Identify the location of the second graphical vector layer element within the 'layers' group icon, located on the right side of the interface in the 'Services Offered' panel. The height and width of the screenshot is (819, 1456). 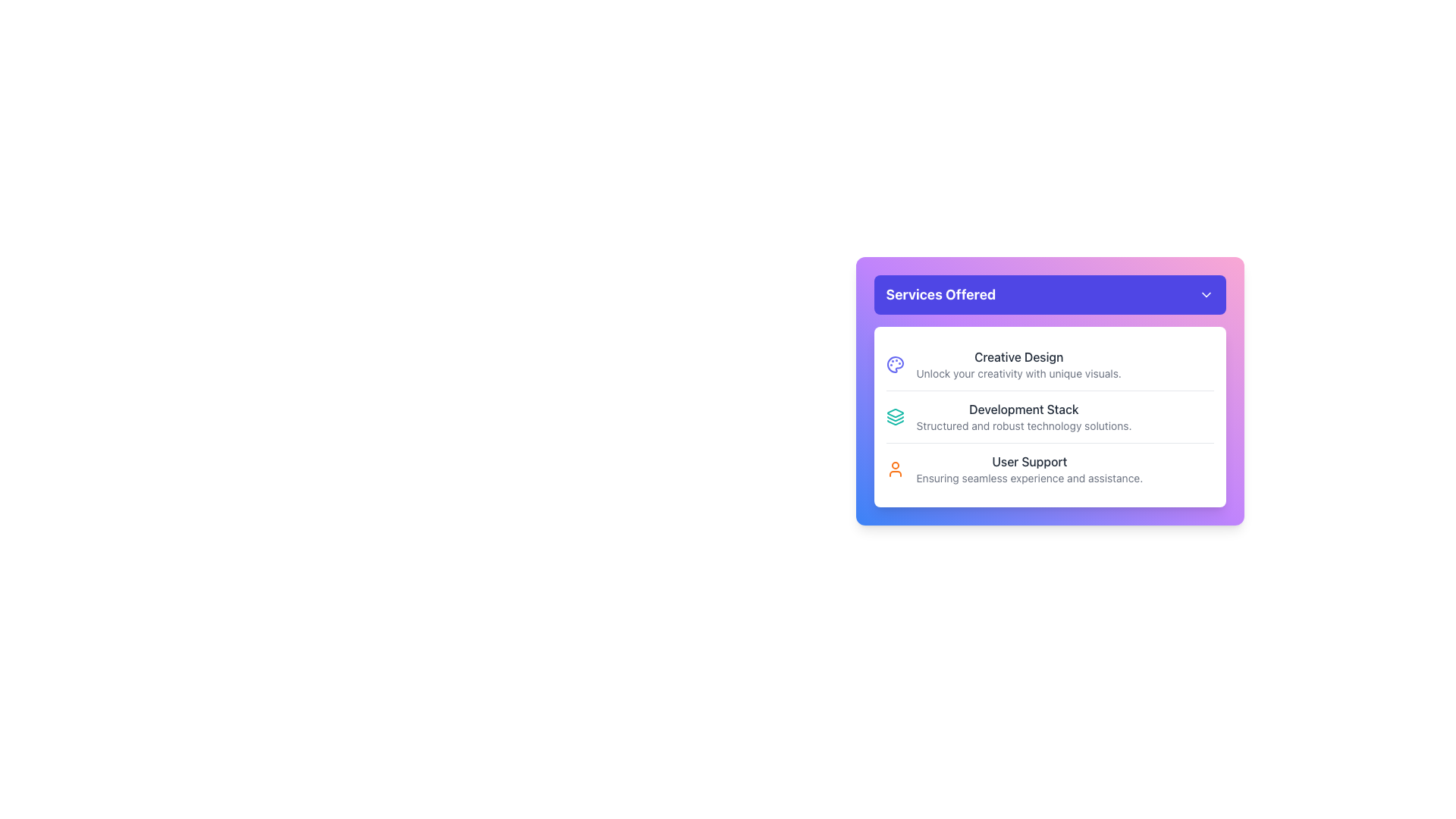
(895, 419).